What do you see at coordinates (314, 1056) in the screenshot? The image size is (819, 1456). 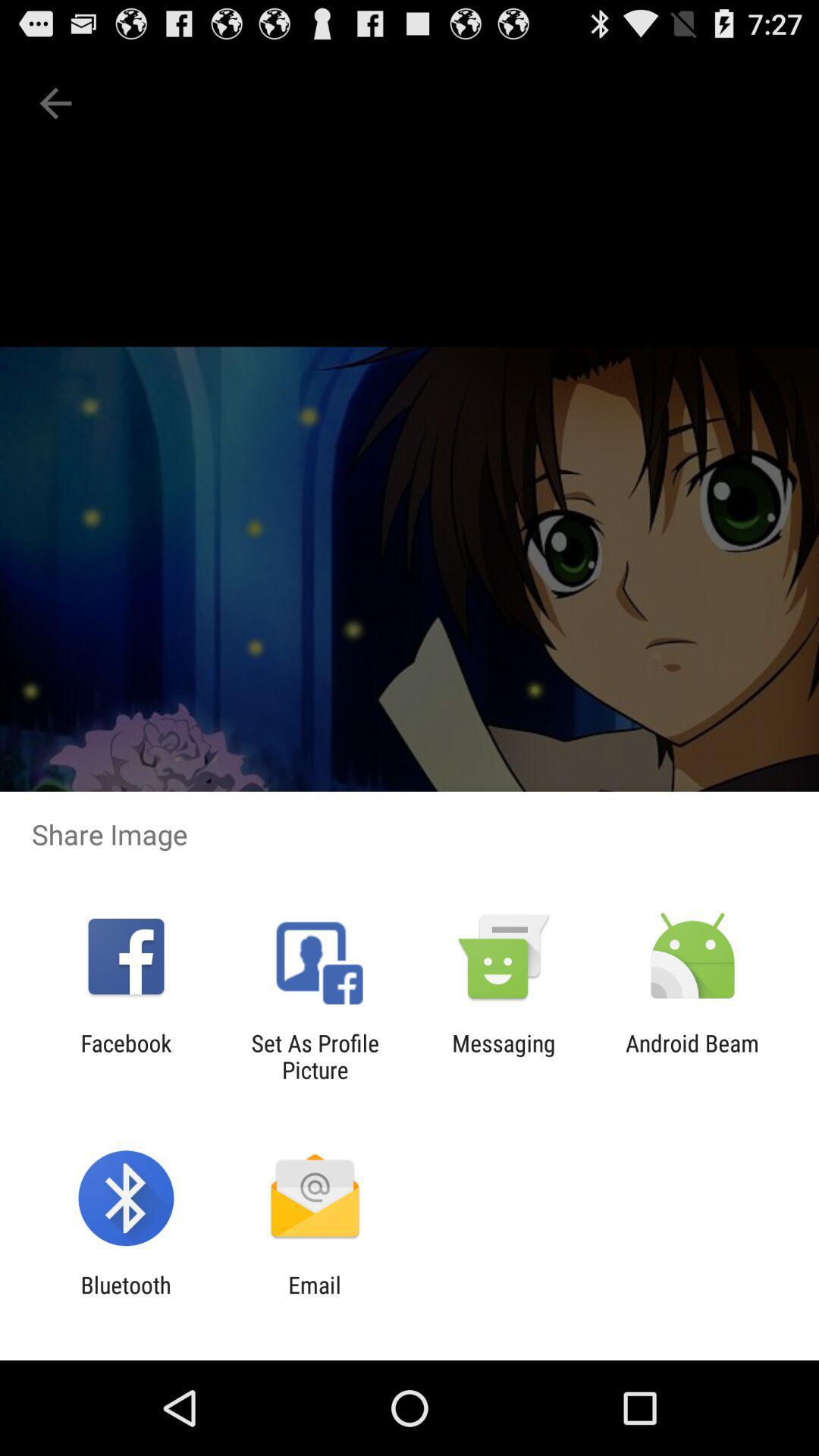 I see `the app next to facebook app` at bounding box center [314, 1056].